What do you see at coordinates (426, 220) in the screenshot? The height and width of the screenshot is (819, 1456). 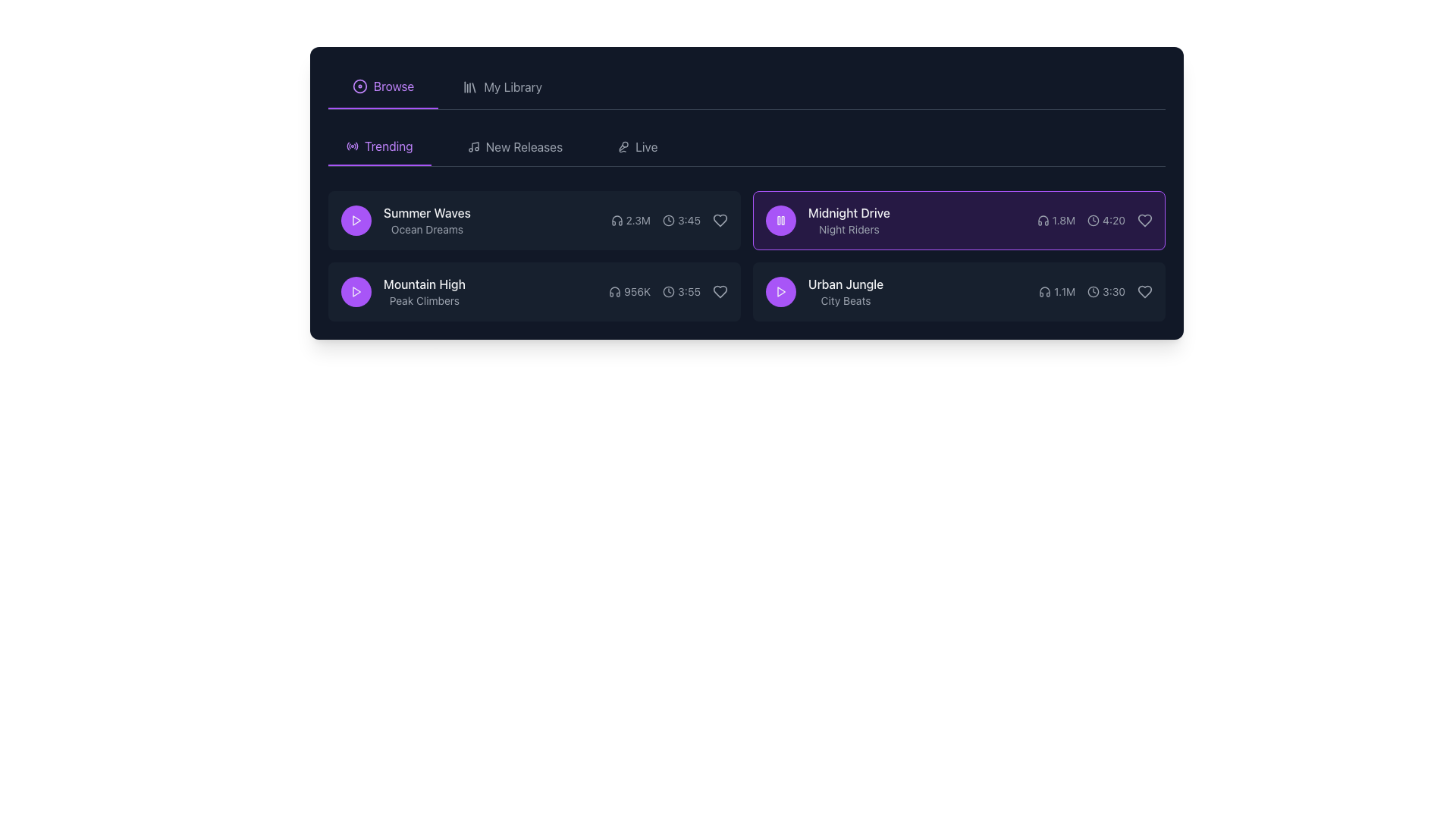 I see `the Text Display element containing the title 'Summer Waves' and subtitle 'Ocean Dreams', which is positioned to the right of a circular play icon button in the trending list` at bounding box center [426, 220].